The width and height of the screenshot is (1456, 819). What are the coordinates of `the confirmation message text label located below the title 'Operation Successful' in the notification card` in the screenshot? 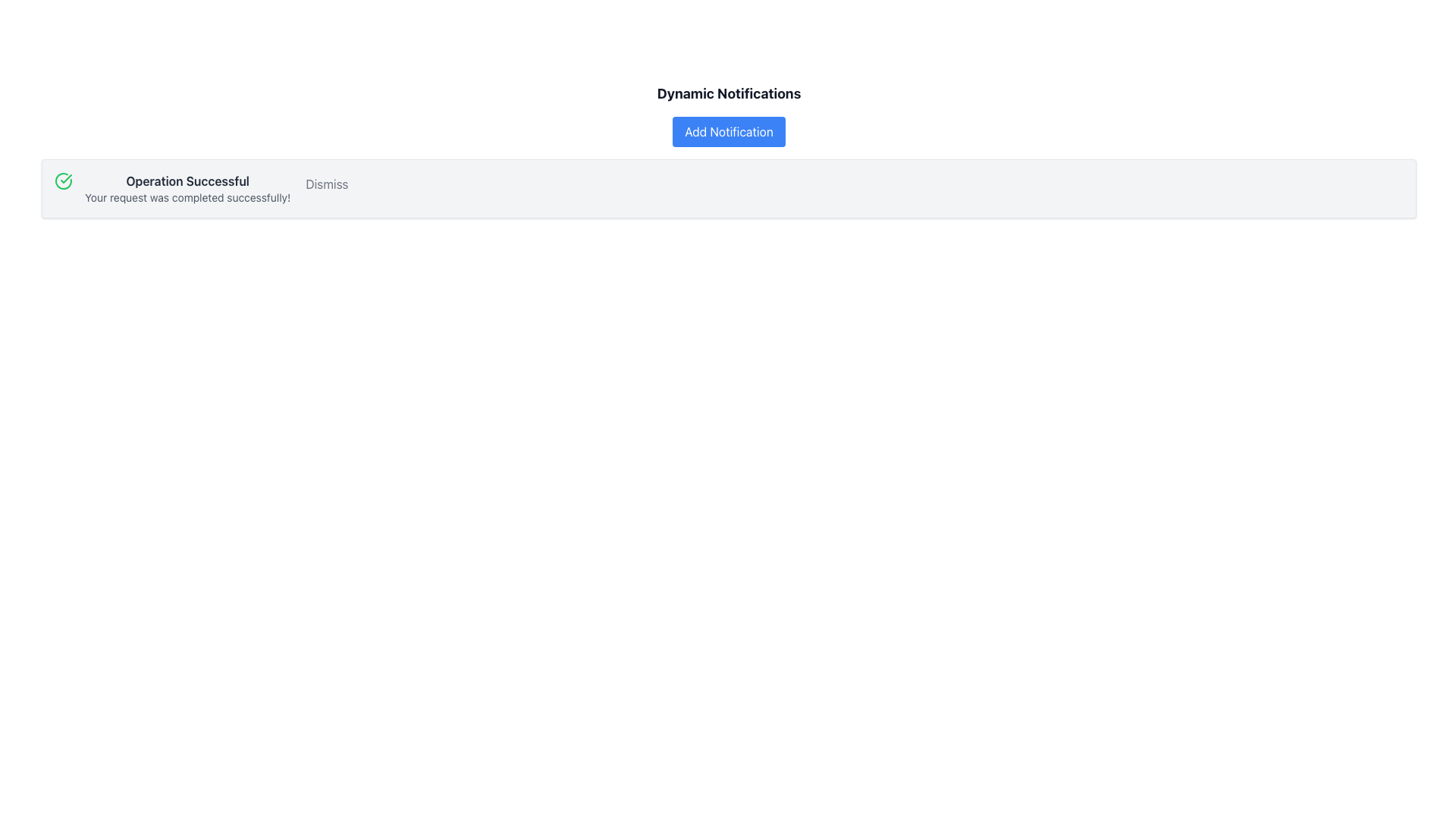 It's located at (187, 197).